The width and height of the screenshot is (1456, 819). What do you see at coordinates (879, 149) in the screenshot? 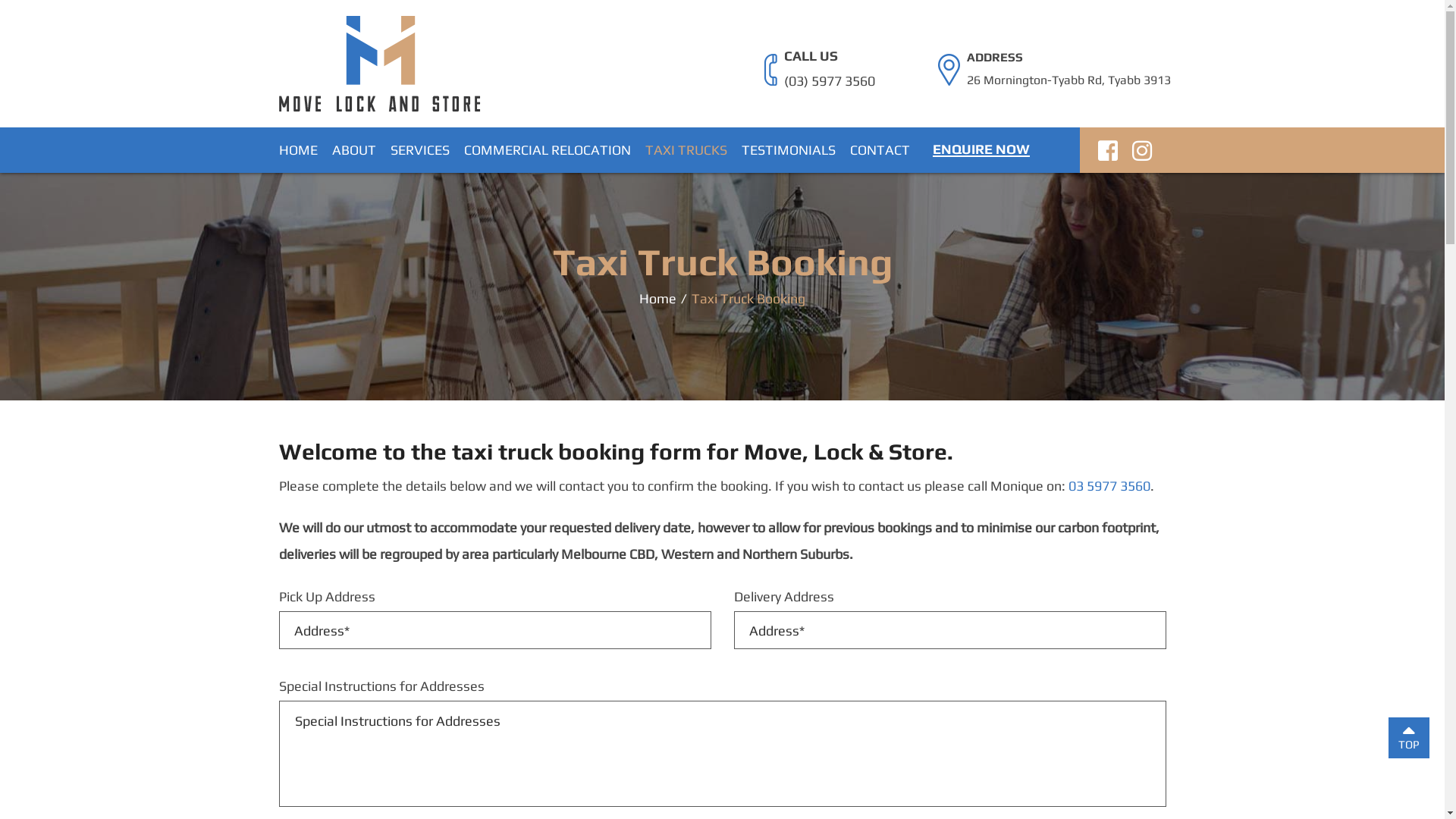
I see `'CONTACT'` at bounding box center [879, 149].